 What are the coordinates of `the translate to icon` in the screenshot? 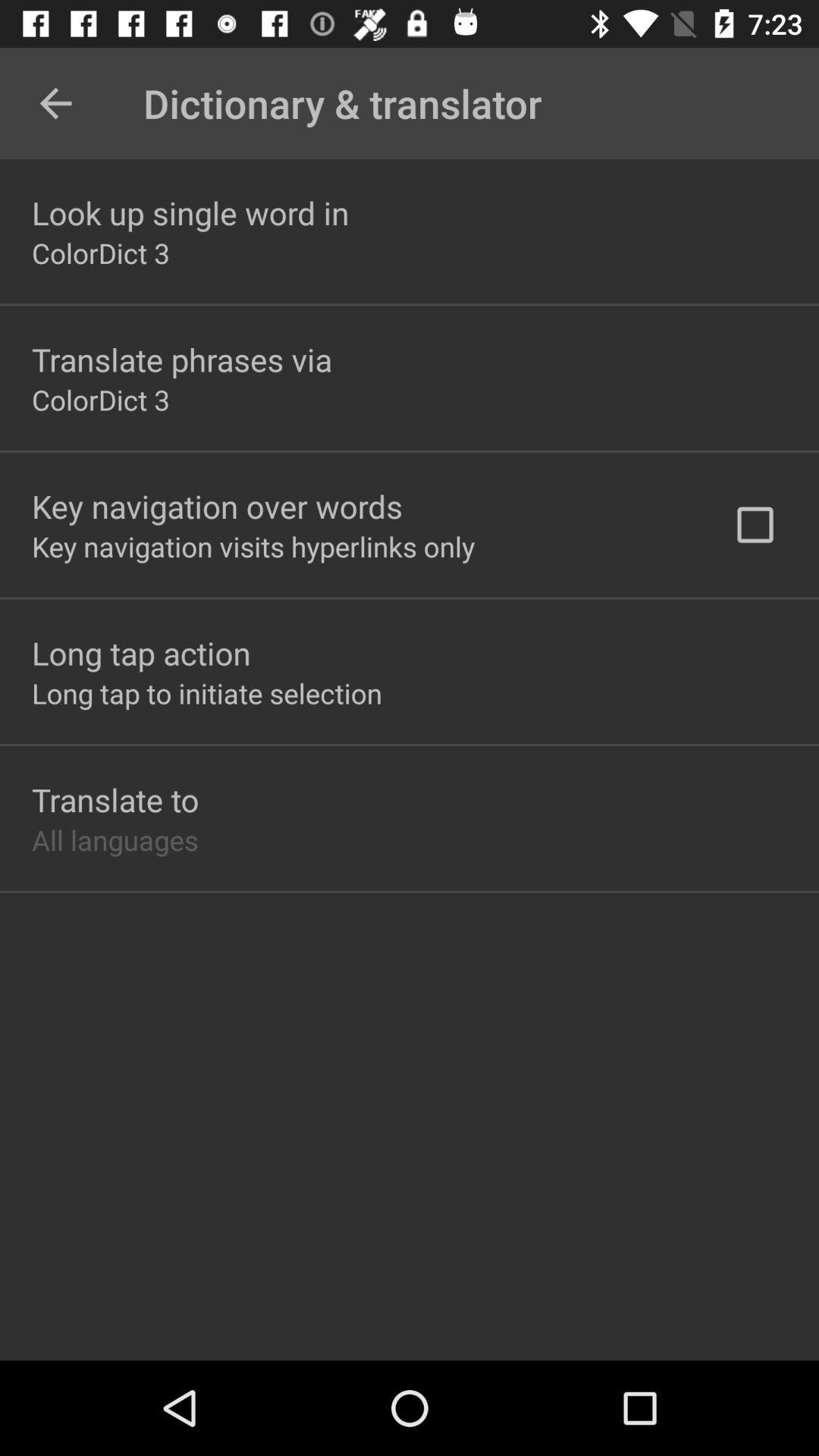 It's located at (115, 799).